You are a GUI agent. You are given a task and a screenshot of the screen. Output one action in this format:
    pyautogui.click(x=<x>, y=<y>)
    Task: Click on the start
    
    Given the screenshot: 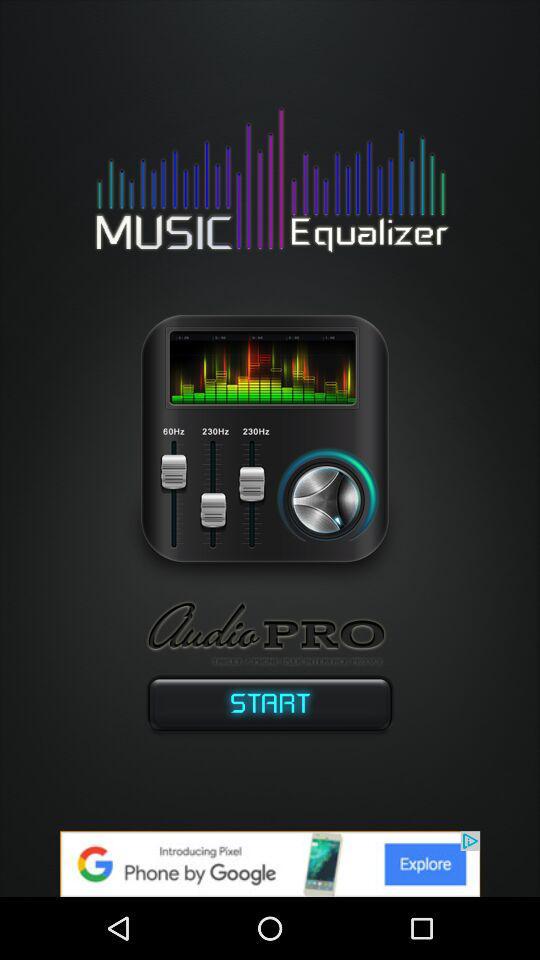 What is the action you would take?
    pyautogui.click(x=270, y=707)
    